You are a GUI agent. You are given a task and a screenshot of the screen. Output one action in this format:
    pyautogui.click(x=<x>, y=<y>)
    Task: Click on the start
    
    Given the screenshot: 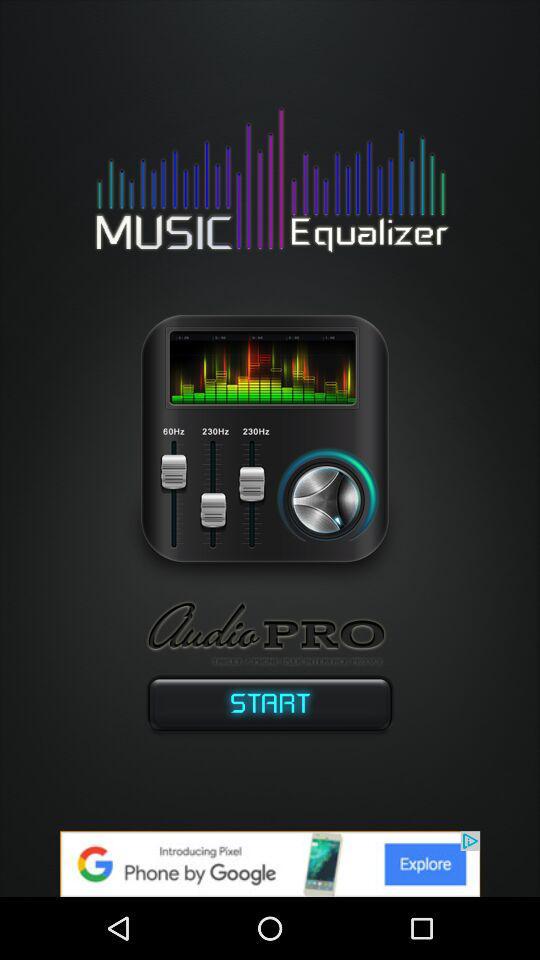 What is the action you would take?
    pyautogui.click(x=270, y=707)
    